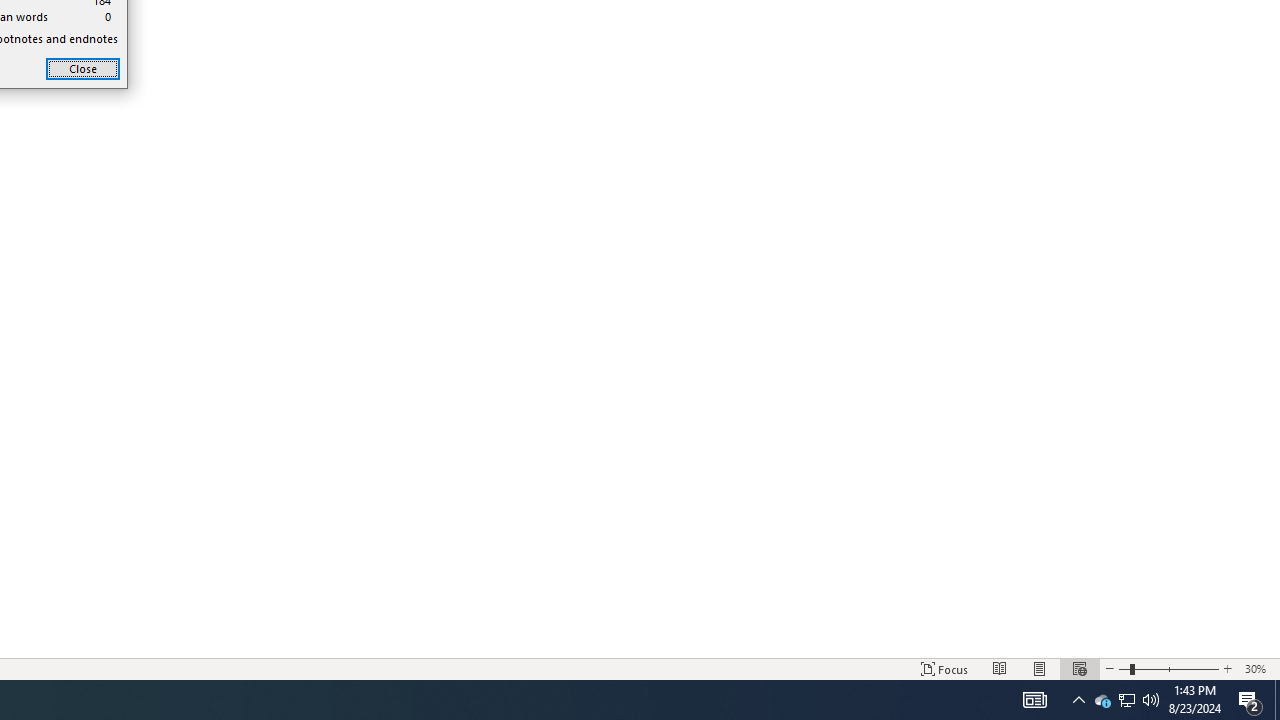  Describe the element at coordinates (1034, 698) in the screenshot. I see `'AutomationID: 4105'` at that location.